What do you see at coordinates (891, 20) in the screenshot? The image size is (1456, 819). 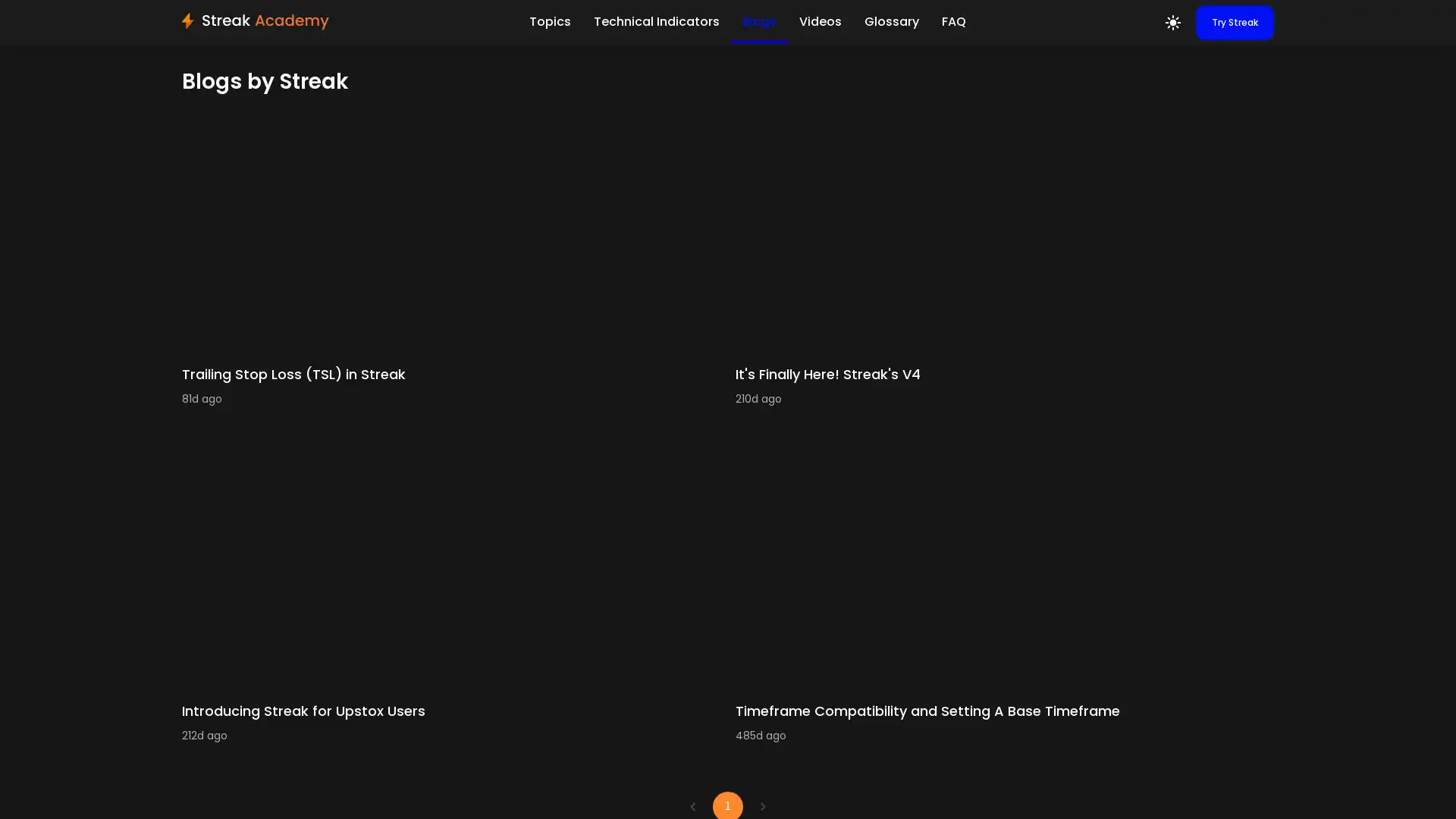 I see `Glossary` at bounding box center [891, 20].